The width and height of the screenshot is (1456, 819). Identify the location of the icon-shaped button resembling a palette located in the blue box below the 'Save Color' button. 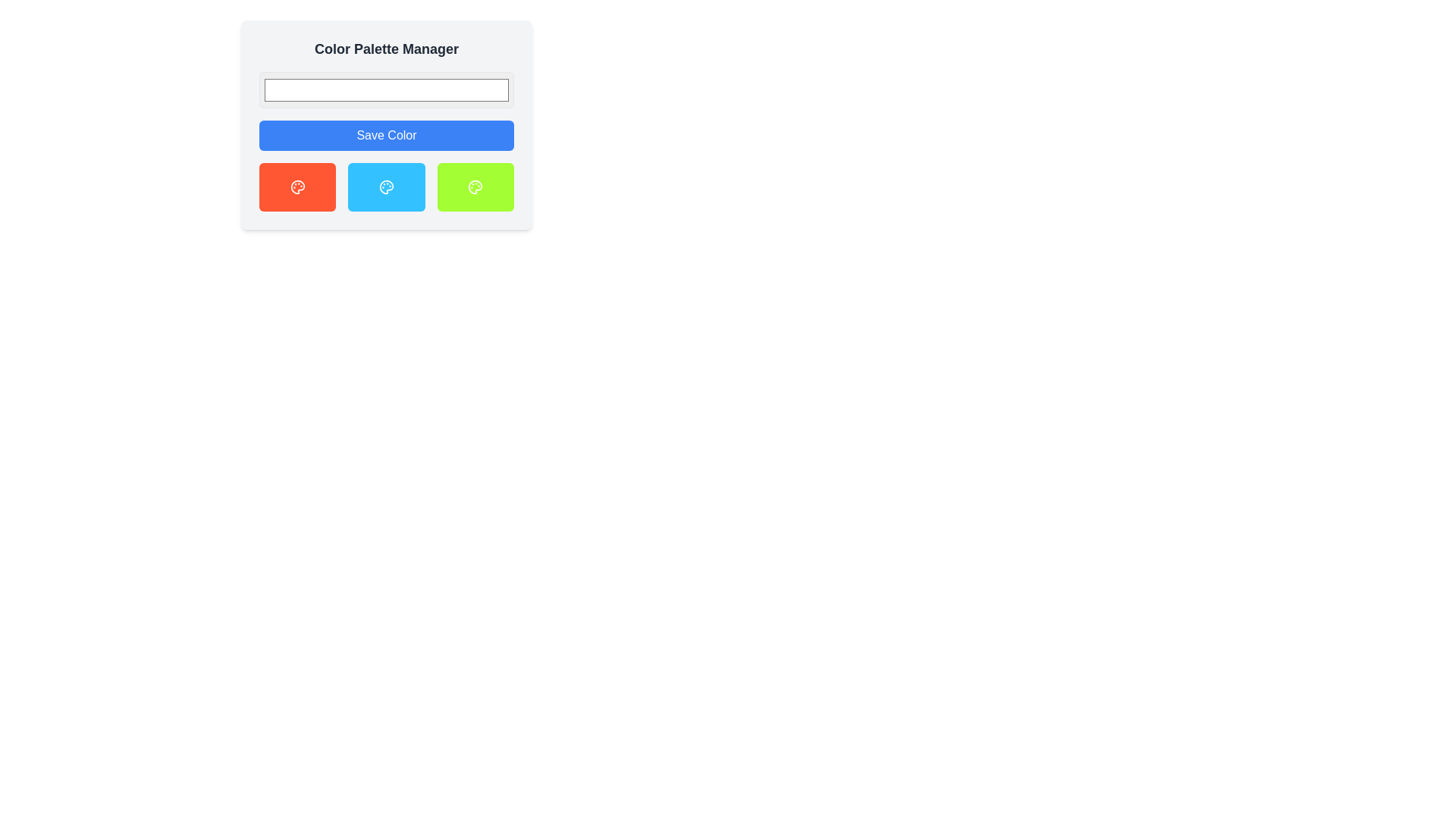
(386, 186).